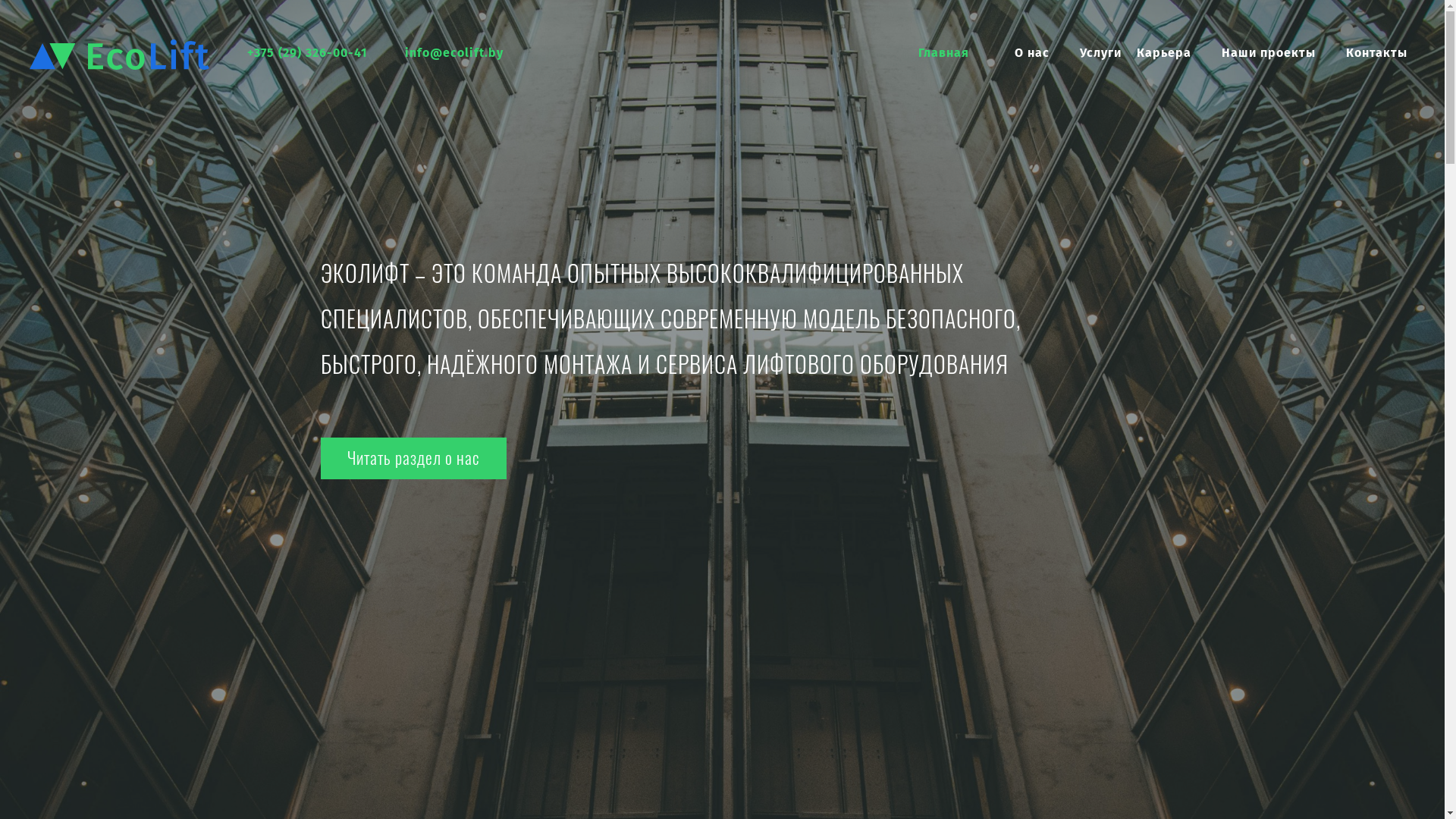  I want to click on '+375 (29) 326-00-41', so click(306, 52).